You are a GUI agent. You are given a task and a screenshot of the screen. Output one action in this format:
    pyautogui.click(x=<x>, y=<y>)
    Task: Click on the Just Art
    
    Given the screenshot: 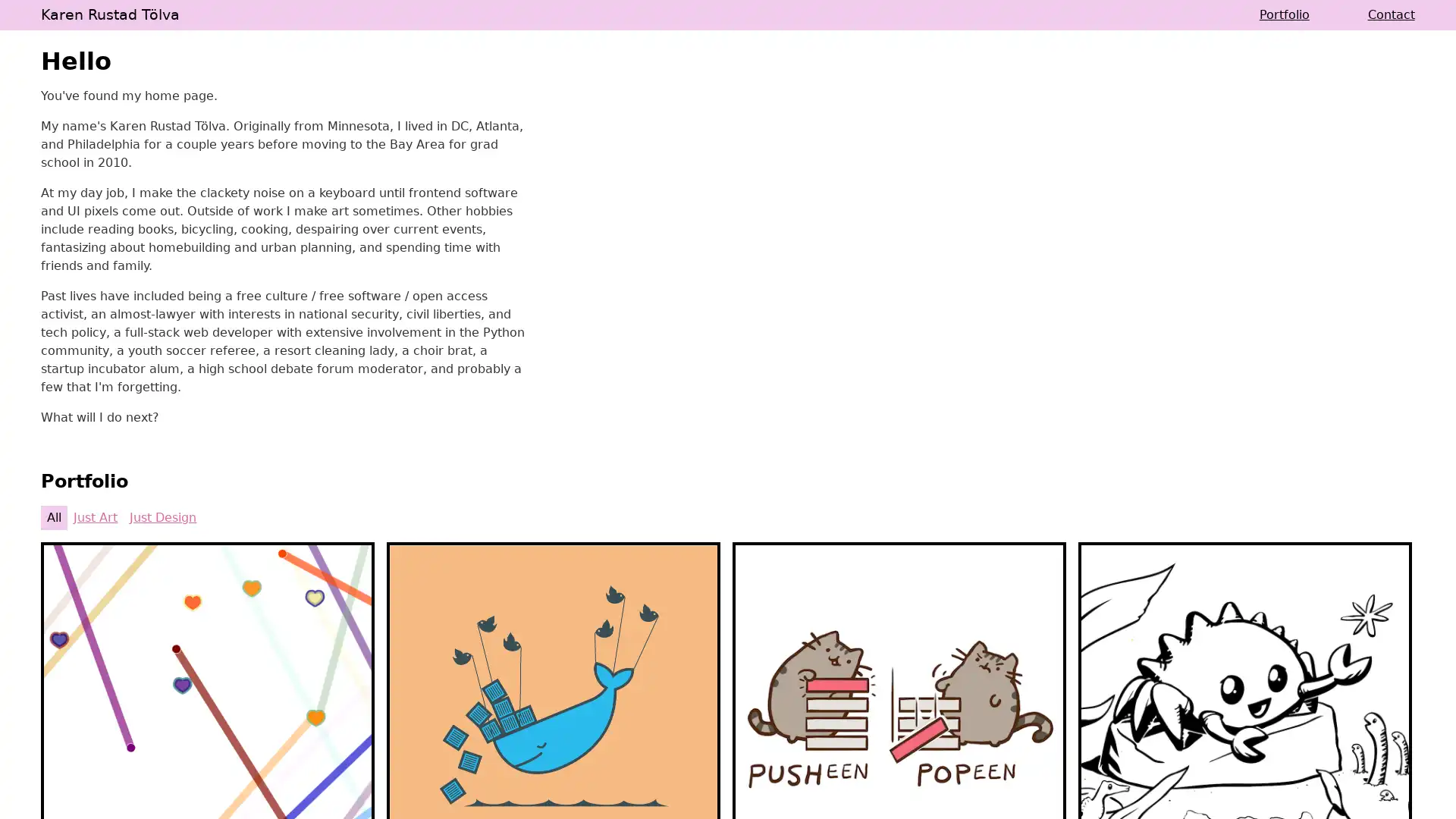 What is the action you would take?
    pyautogui.click(x=94, y=516)
    